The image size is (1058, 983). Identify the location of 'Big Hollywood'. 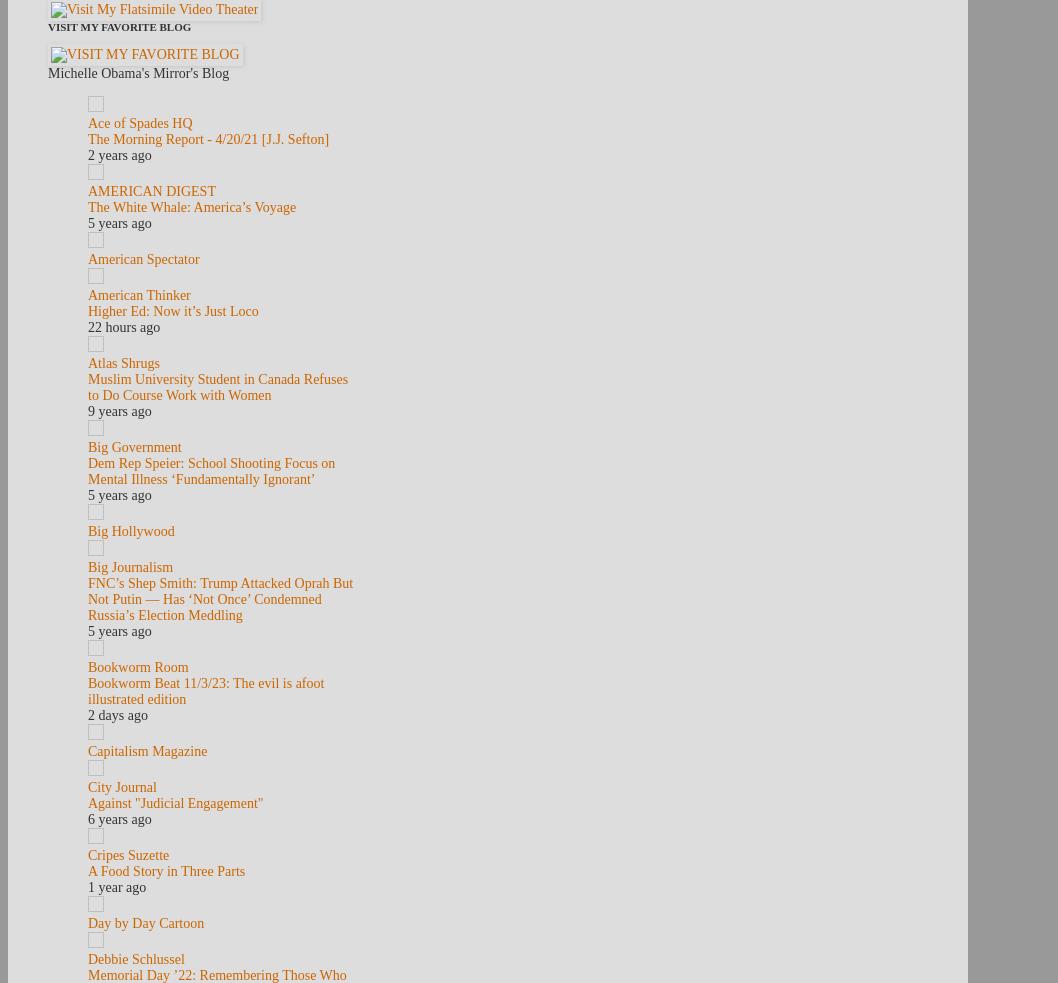
(129, 531).